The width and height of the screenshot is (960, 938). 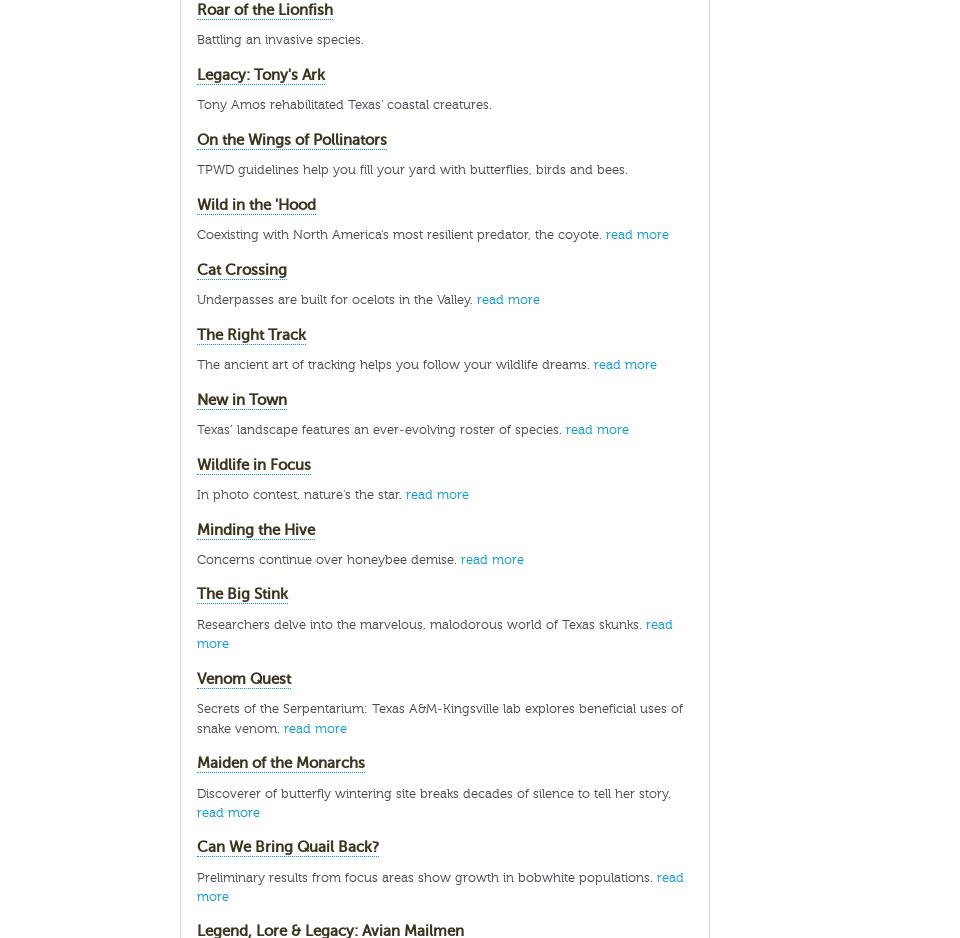 What do you see at coordinates (241, 593) in the screenshot?
I see `'The Big Stink'` at bounding box center [241, 593].